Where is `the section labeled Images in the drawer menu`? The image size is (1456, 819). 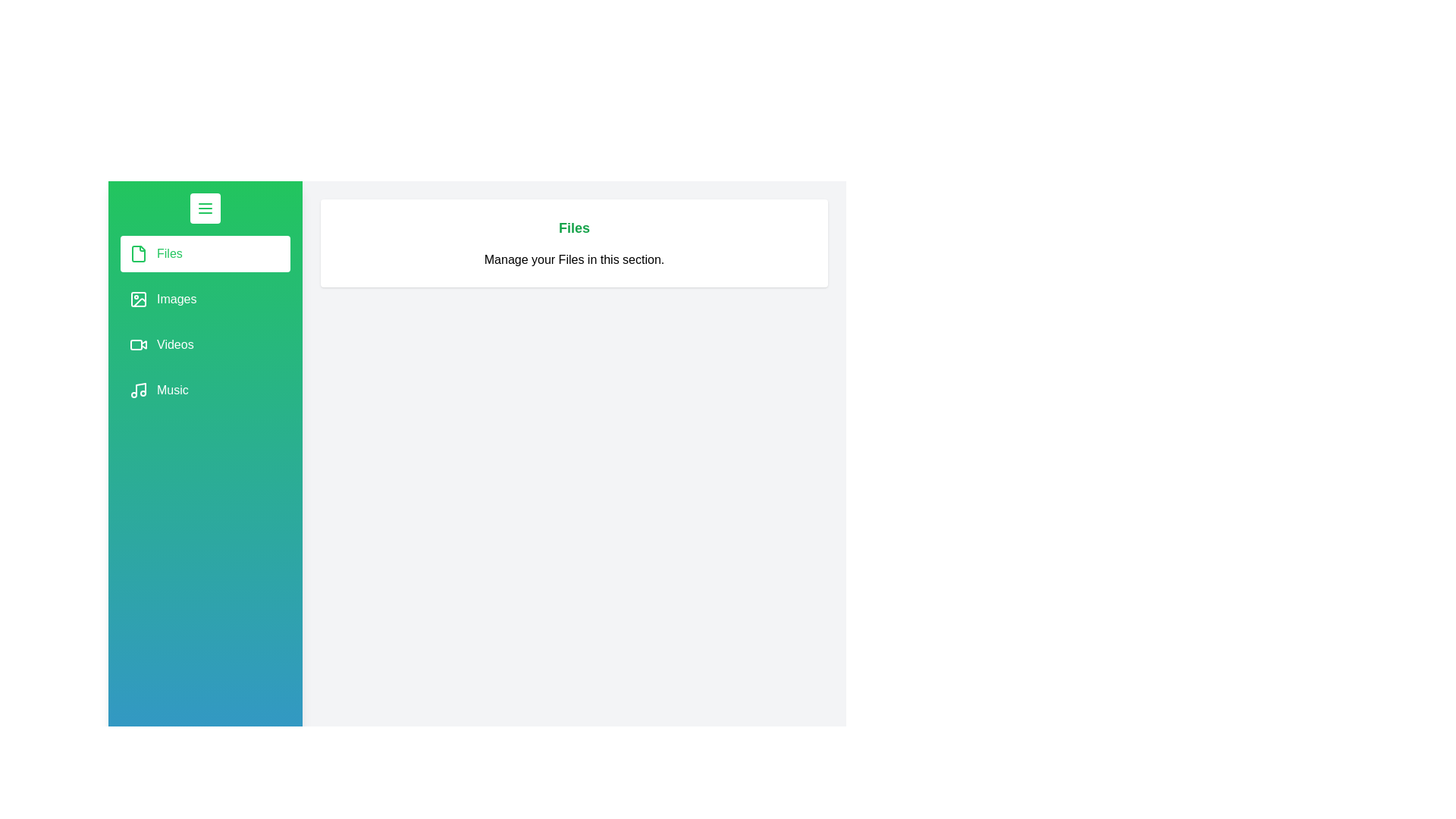
the section labeled Images in the drawer menu is located at coordinates (204, 299).